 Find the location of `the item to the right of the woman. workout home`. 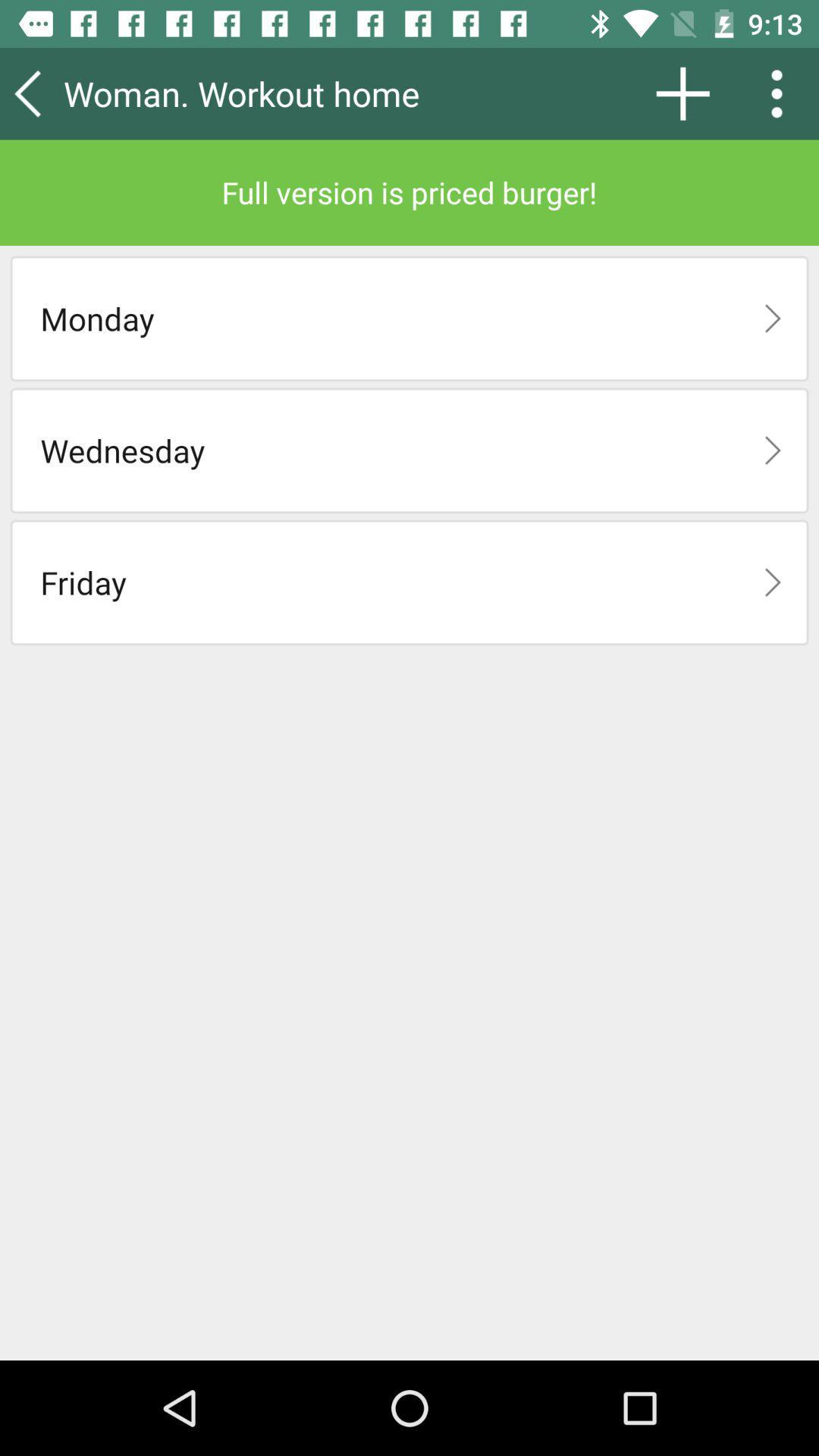

the item to the right of the woman. workout home is located at coordinates (682, 93).